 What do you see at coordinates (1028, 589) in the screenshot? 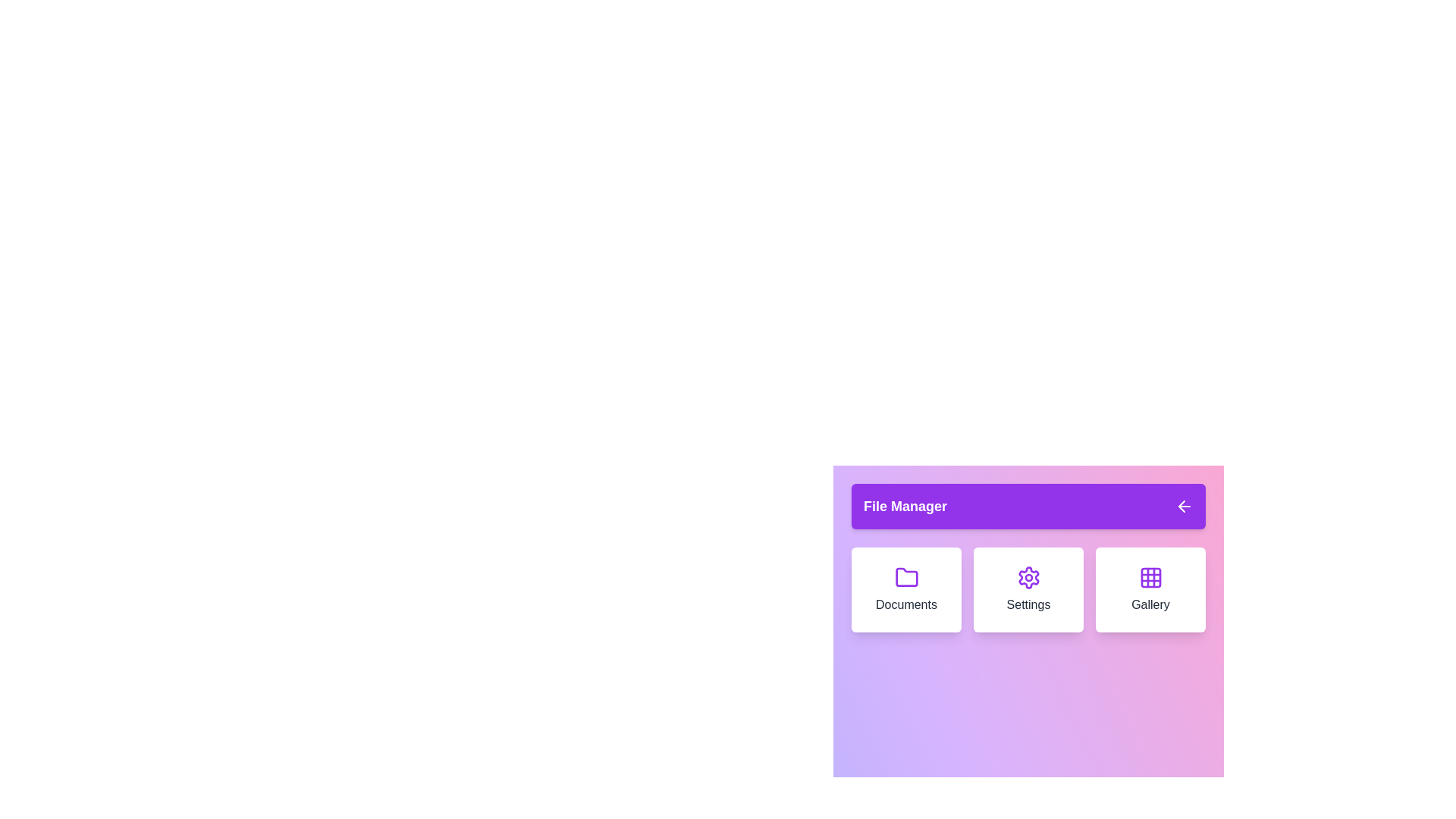
I see `the 'Settings' item in the FileManagerMenu` at bounding box center [1028, 589].